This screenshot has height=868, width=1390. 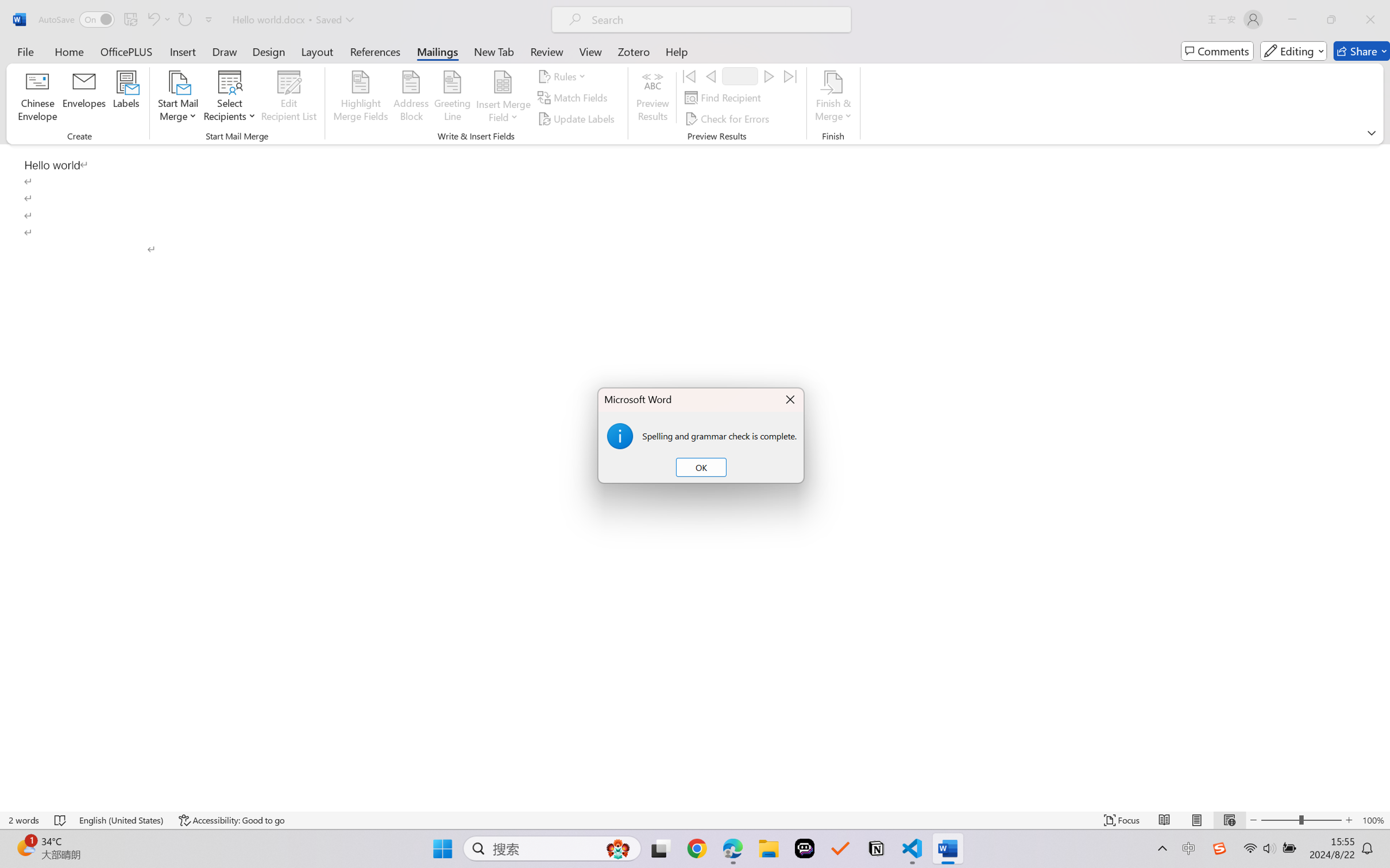 I want to click on 'Insert', so click(x=182, y=51).